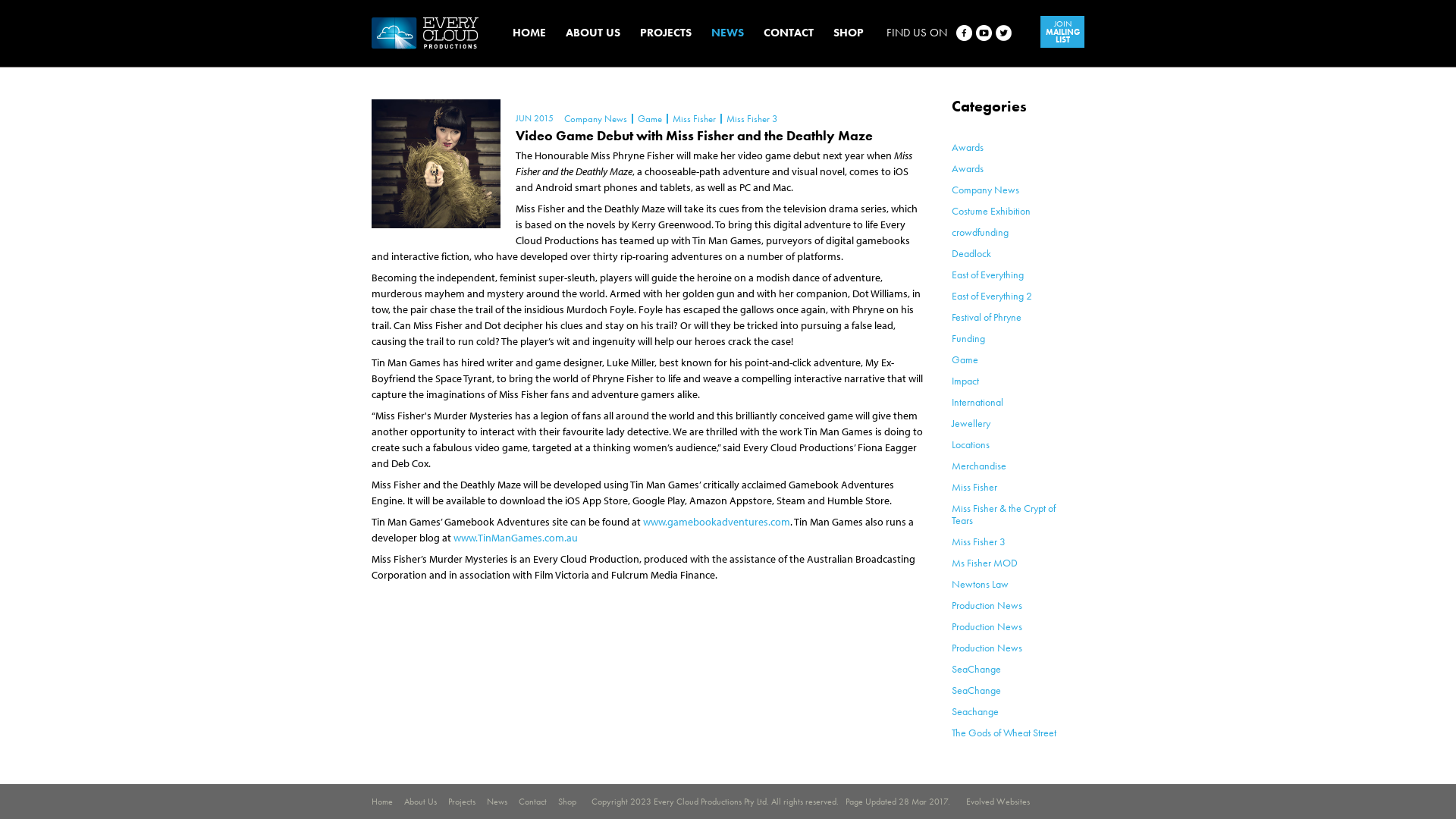  Describe the element at coordinates (976, 690) in the screenshot. I see `'SeaChange'` at that location.